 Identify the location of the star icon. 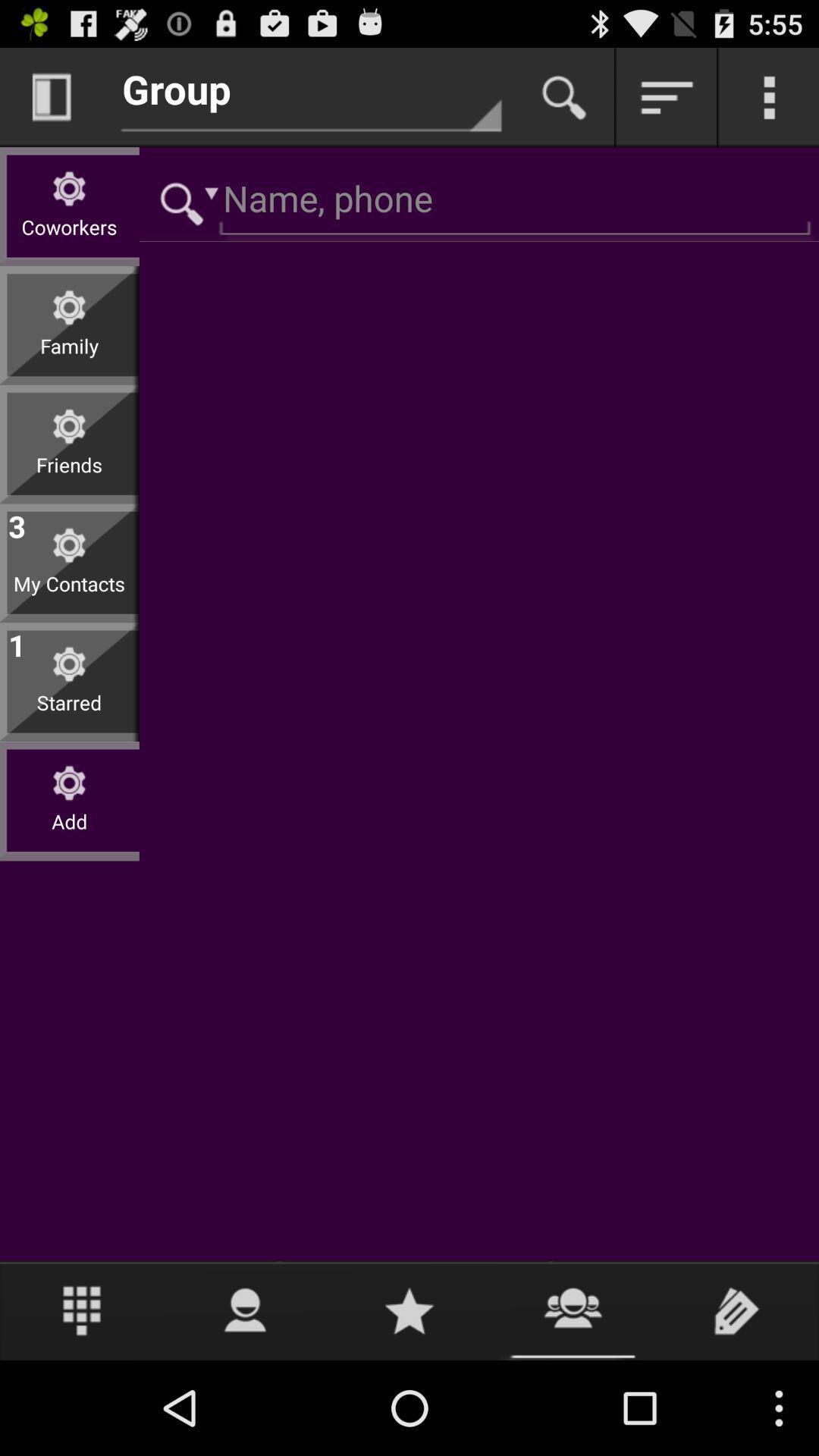
(409, 1401).